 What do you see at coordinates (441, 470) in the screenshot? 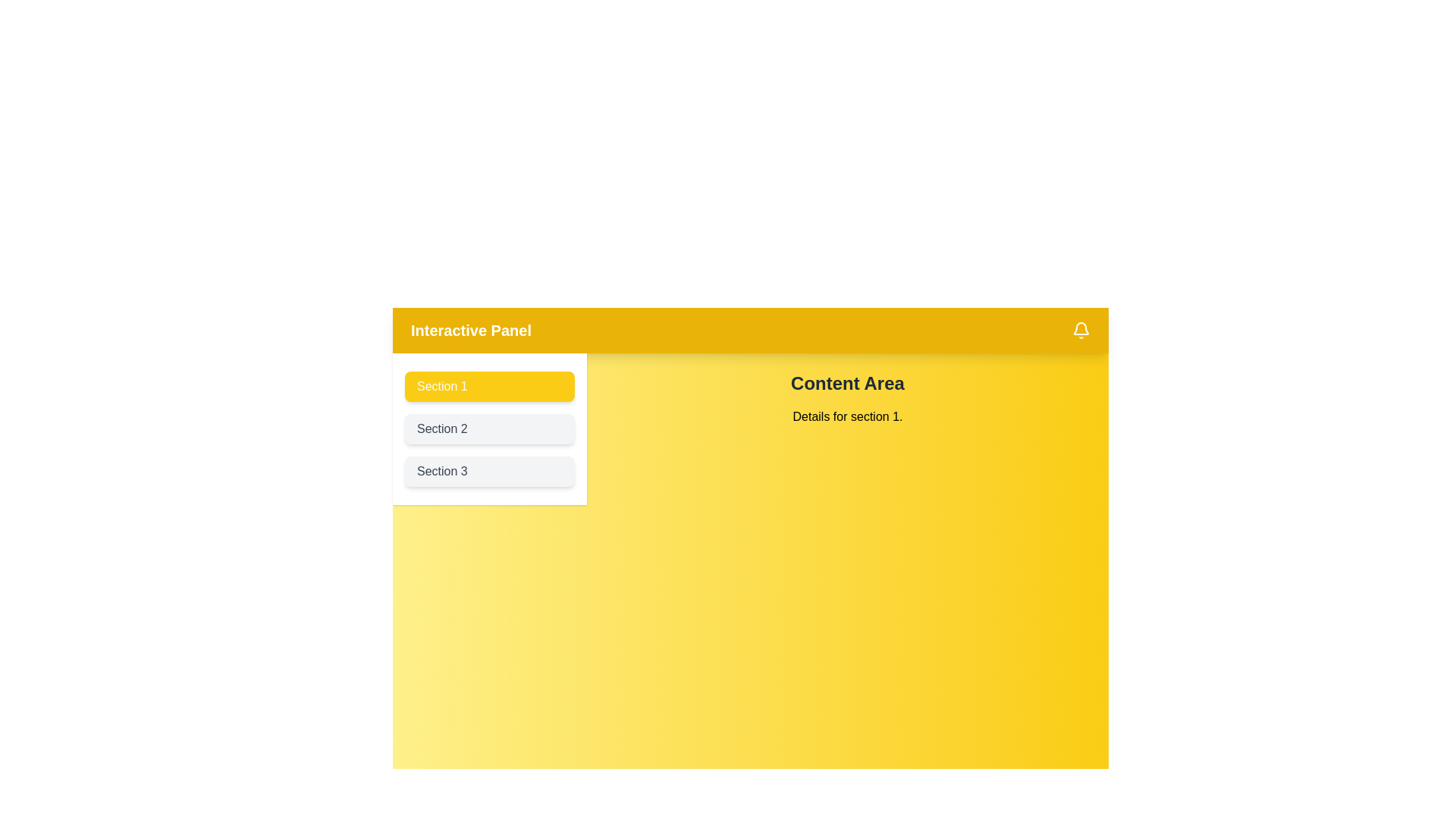
I see `the text label indicating 'Section 3' in the left-side panel of the UI, which serves as an indicator for the third section in a vertical list` at bounding box center [441, 470].